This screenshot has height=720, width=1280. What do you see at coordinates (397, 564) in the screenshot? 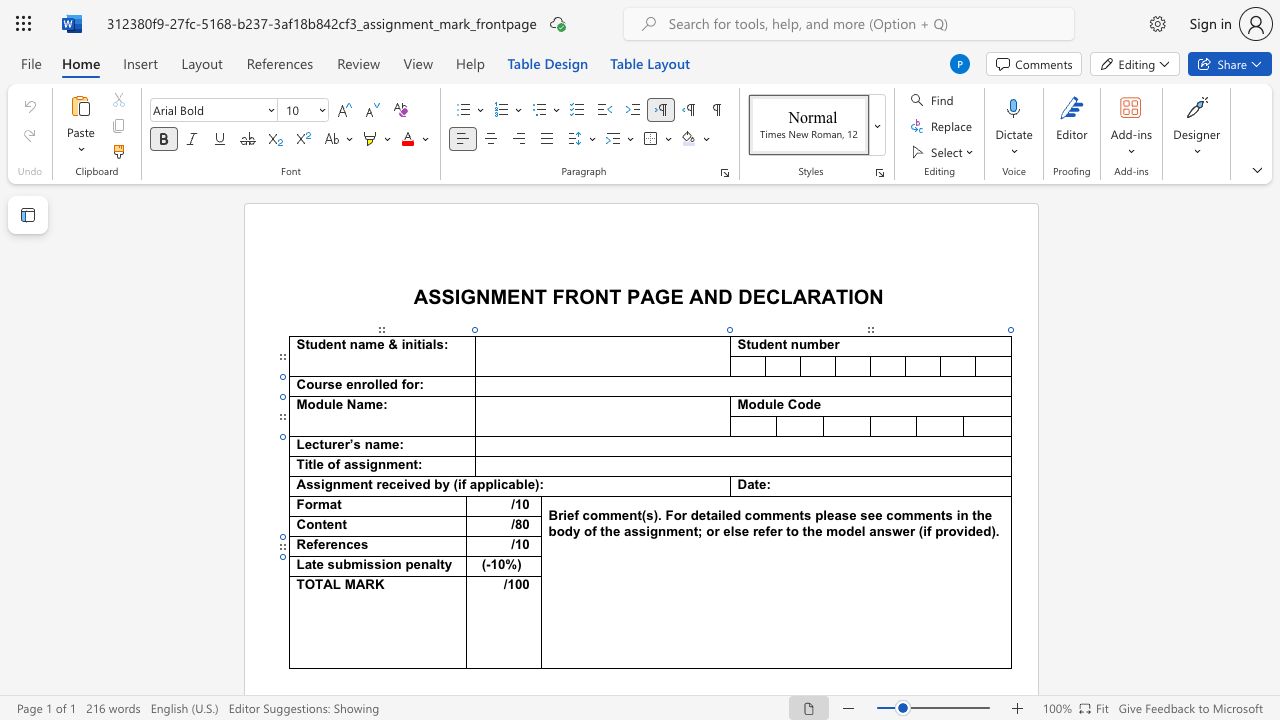
I see `the 1th character "n" in the text` at bounding box center [397, 564].